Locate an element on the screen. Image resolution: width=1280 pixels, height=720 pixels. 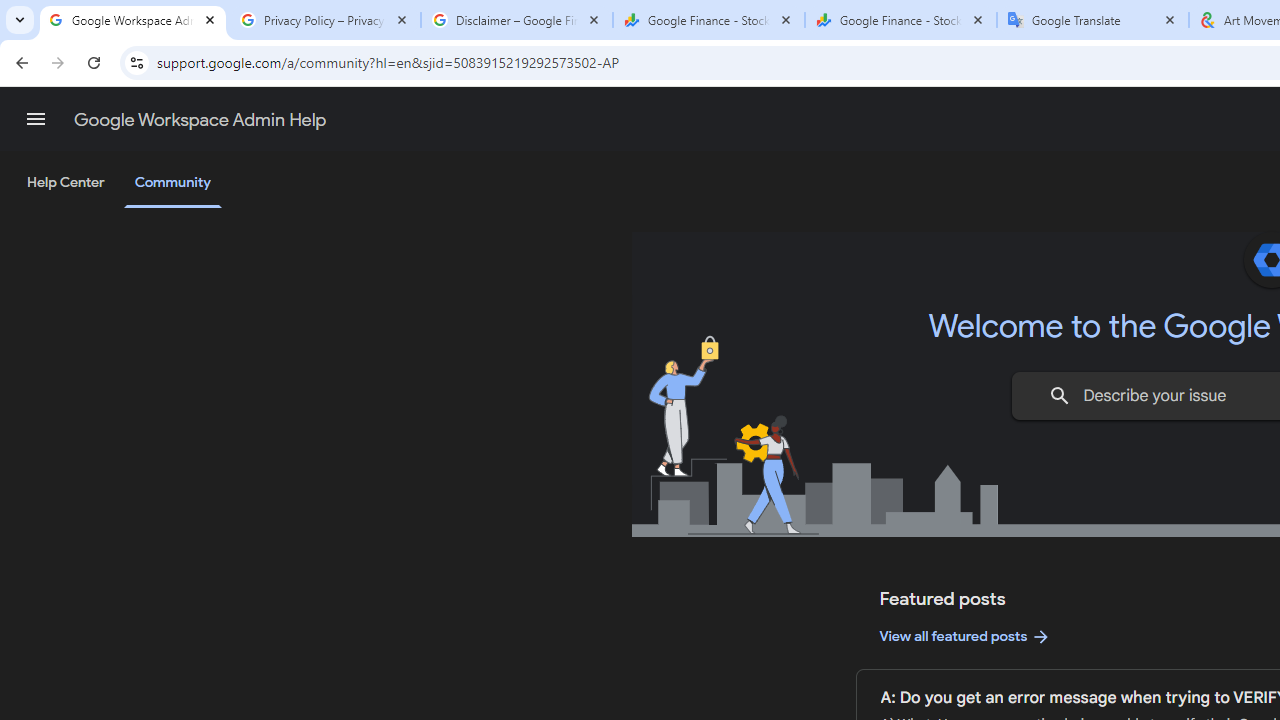
'Google Workspace Admin Community' is located at coordinates (132, 20).